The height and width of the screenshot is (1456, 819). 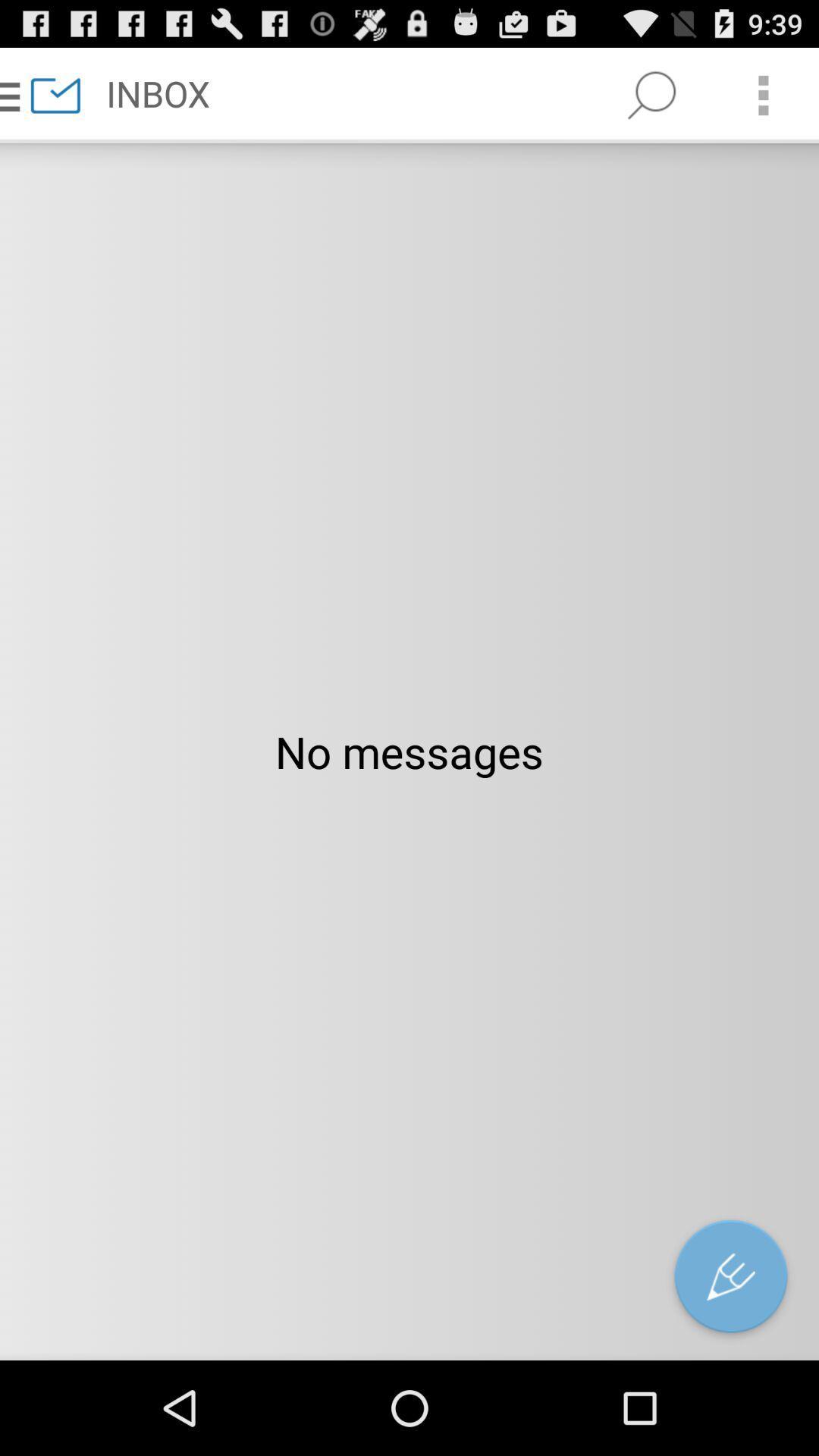 I want to click on the icon at the bottom right corner, so click(x=730, y=1279).